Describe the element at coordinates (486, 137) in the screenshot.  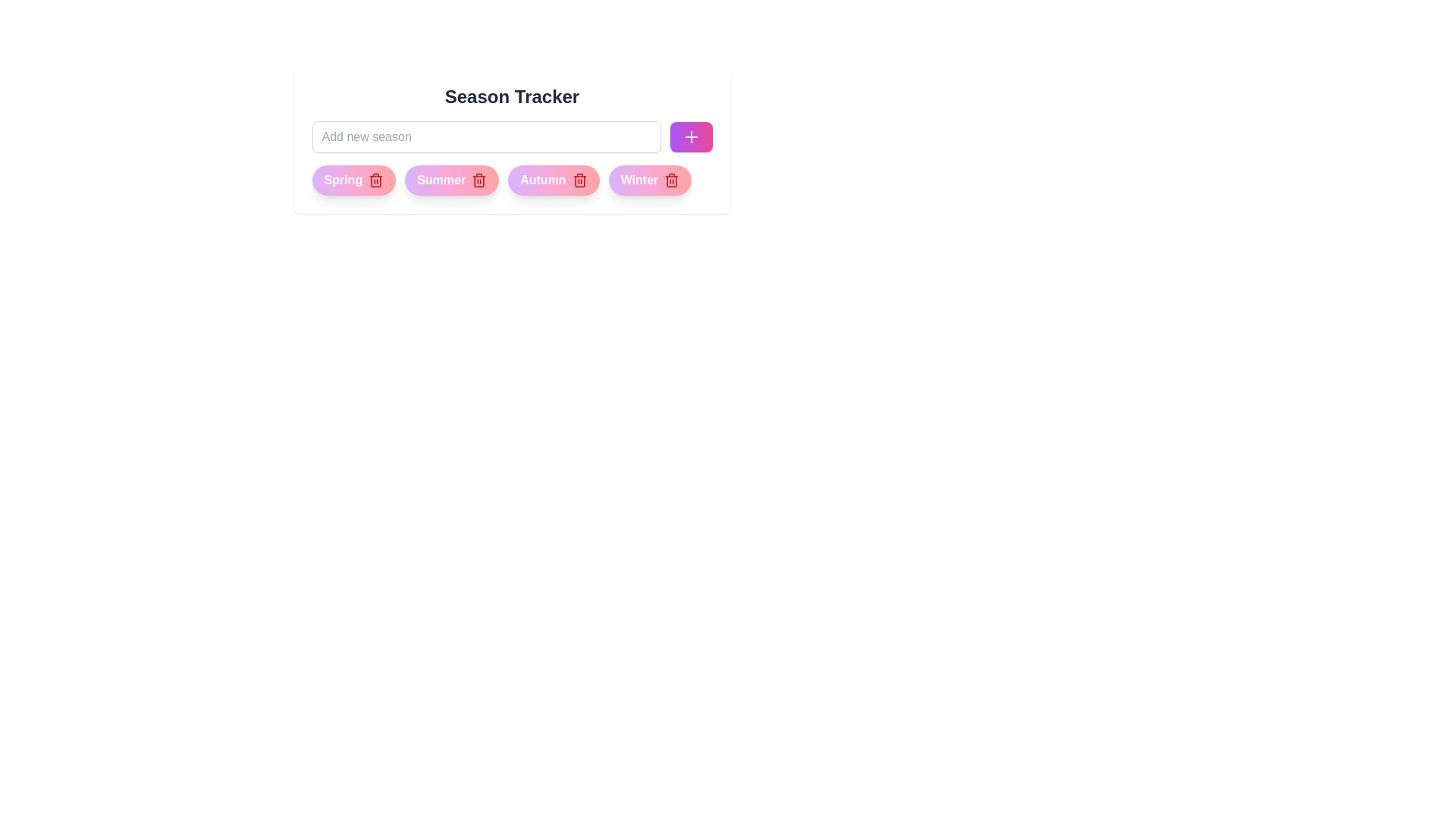
I see `the text in the input field to 87` at that location.